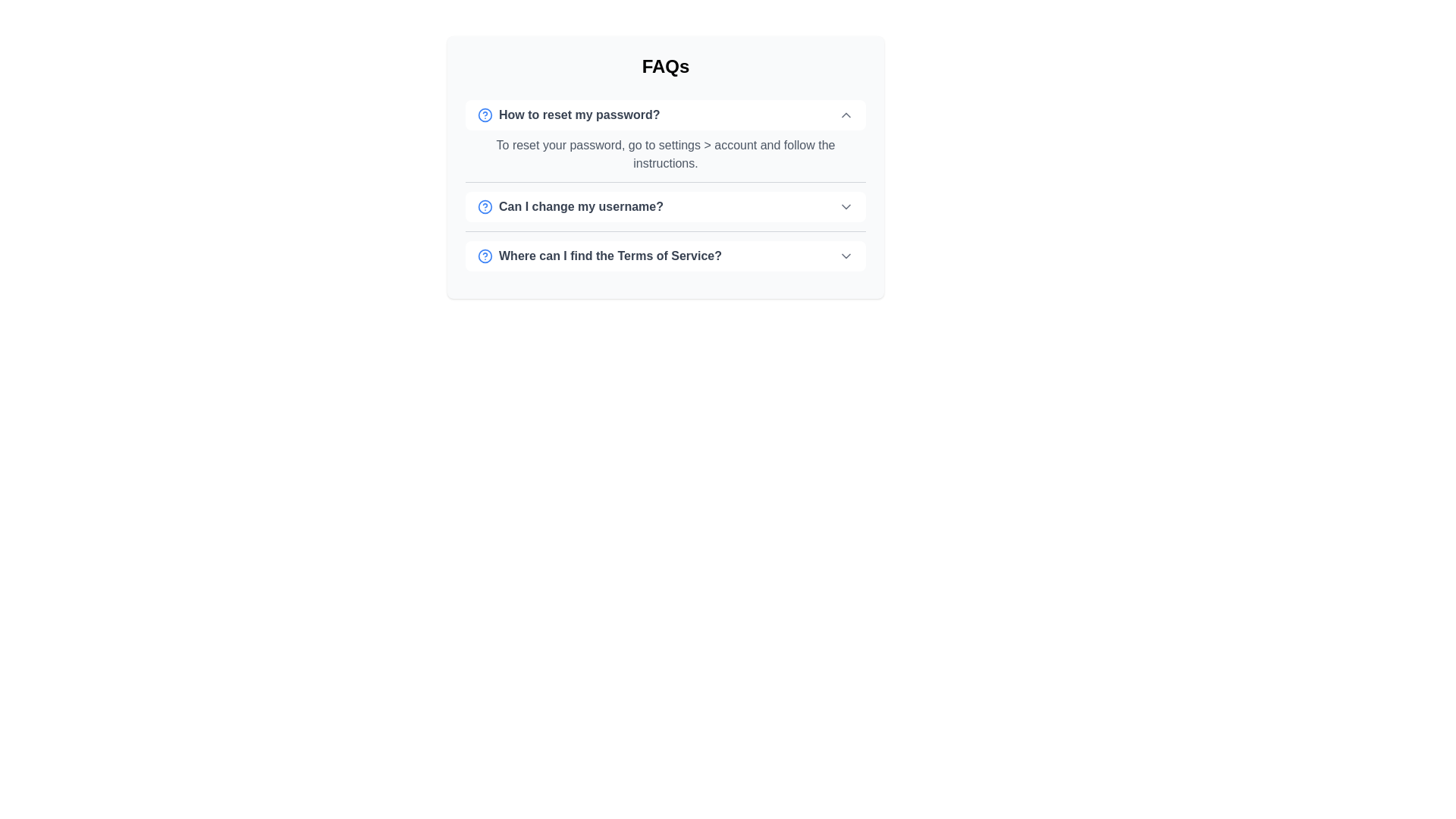 Image resolution: width=1456 pixels, height=819 pixels. What do you see at coordinates (484, 114) in the screenshot?
I see `the SVG Circle that is part of the help-related icon located to the left of the FAQ entry 'How to reset my password?'` at bounding box center [484, 114].